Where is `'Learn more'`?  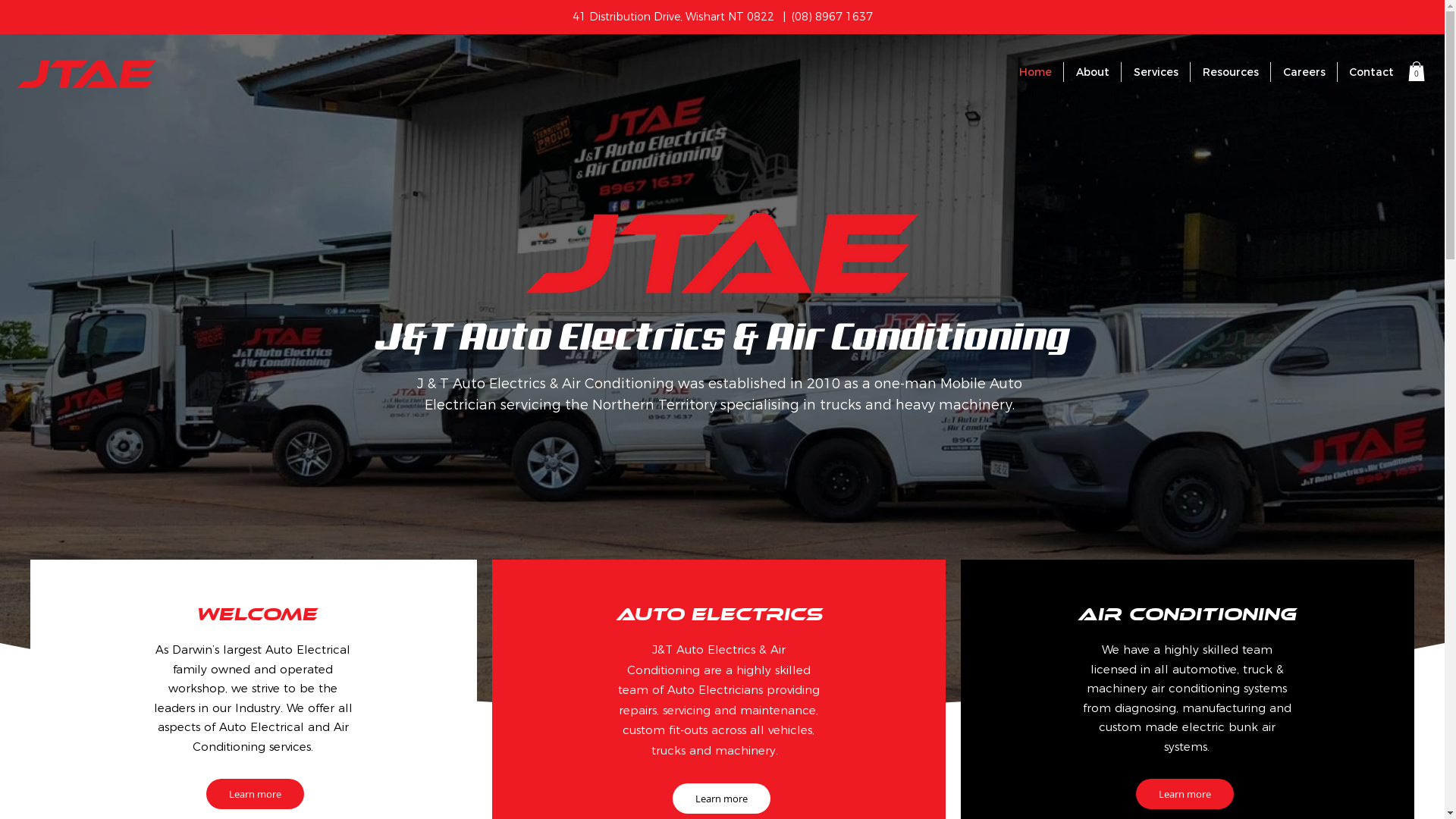 'Learn more' is located at coordinates (255, 792).